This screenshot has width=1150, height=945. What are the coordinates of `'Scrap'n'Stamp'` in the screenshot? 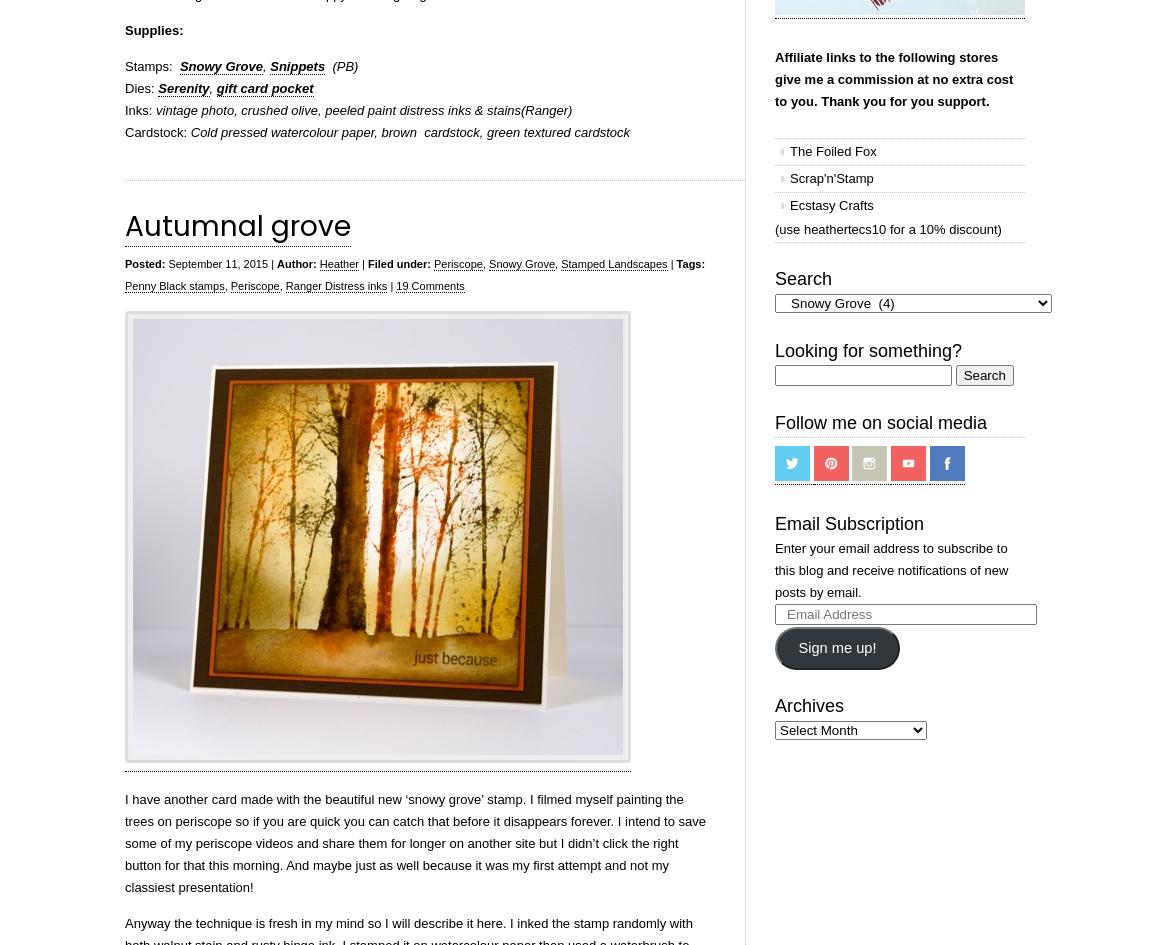 It's located at (830, 178).